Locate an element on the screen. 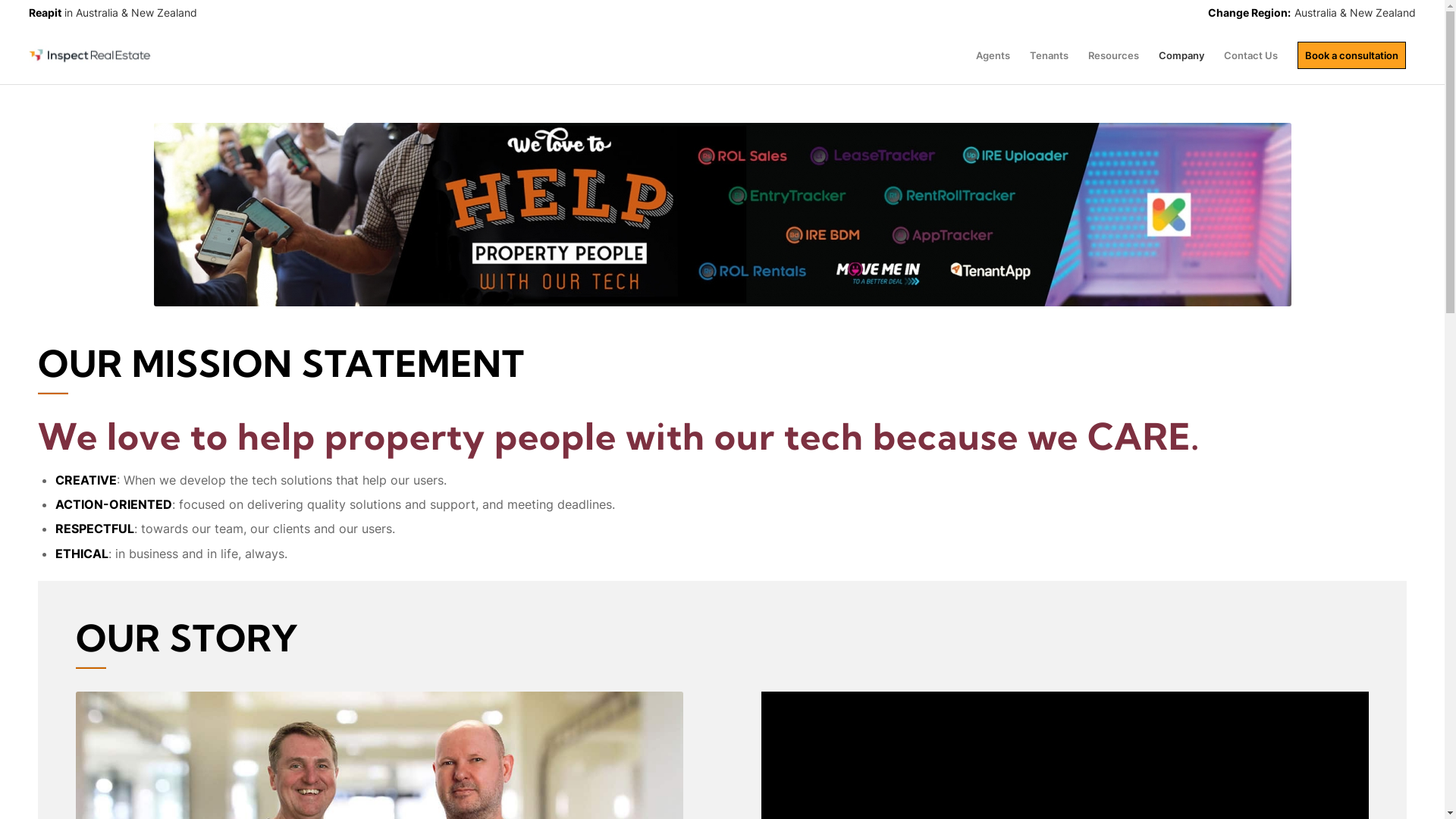  'Company' is located at coordinates (1181, 55).